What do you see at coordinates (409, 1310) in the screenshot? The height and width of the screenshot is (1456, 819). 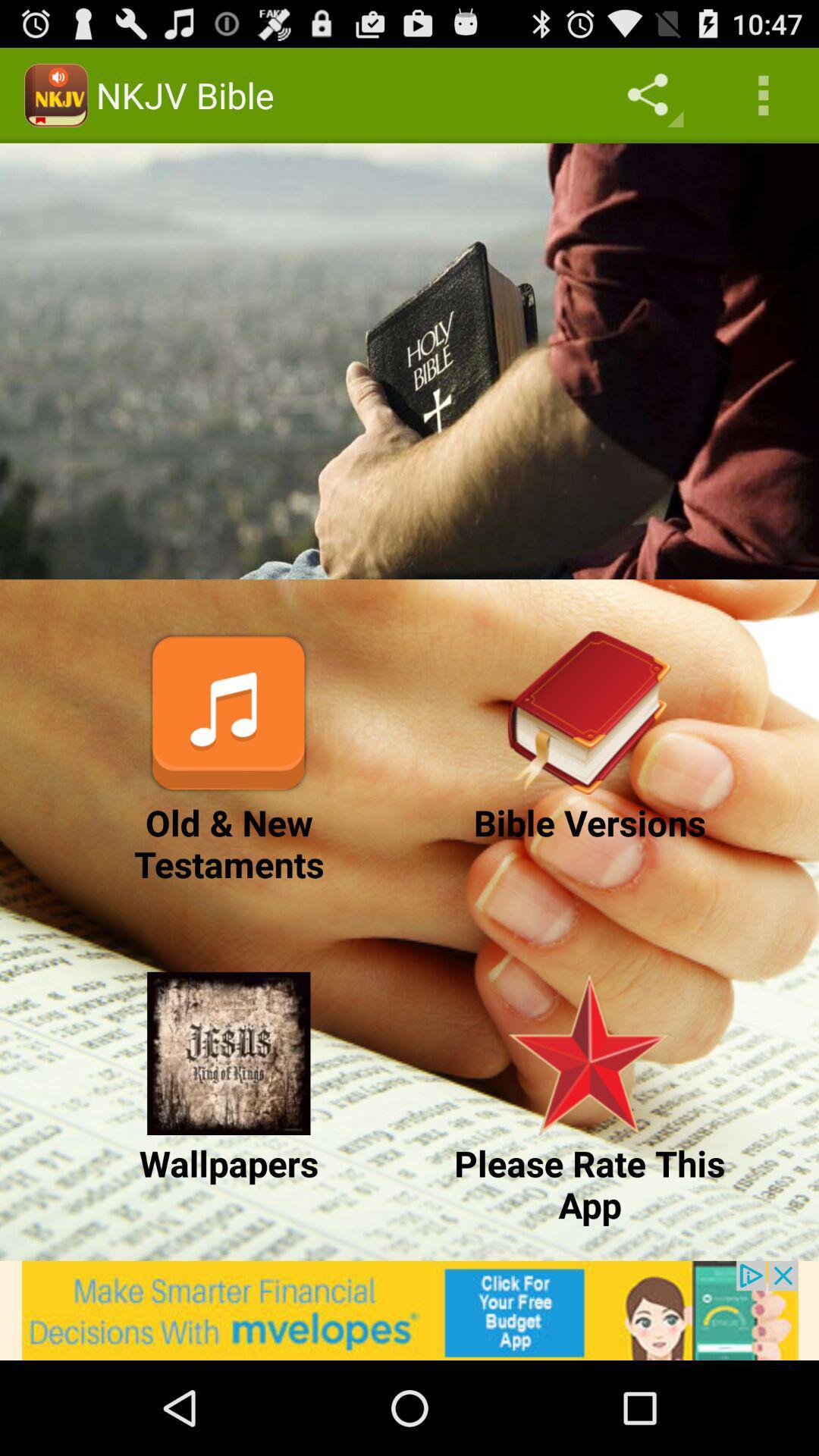 I see `view advertisements options` at bounding box center [409, 1310].